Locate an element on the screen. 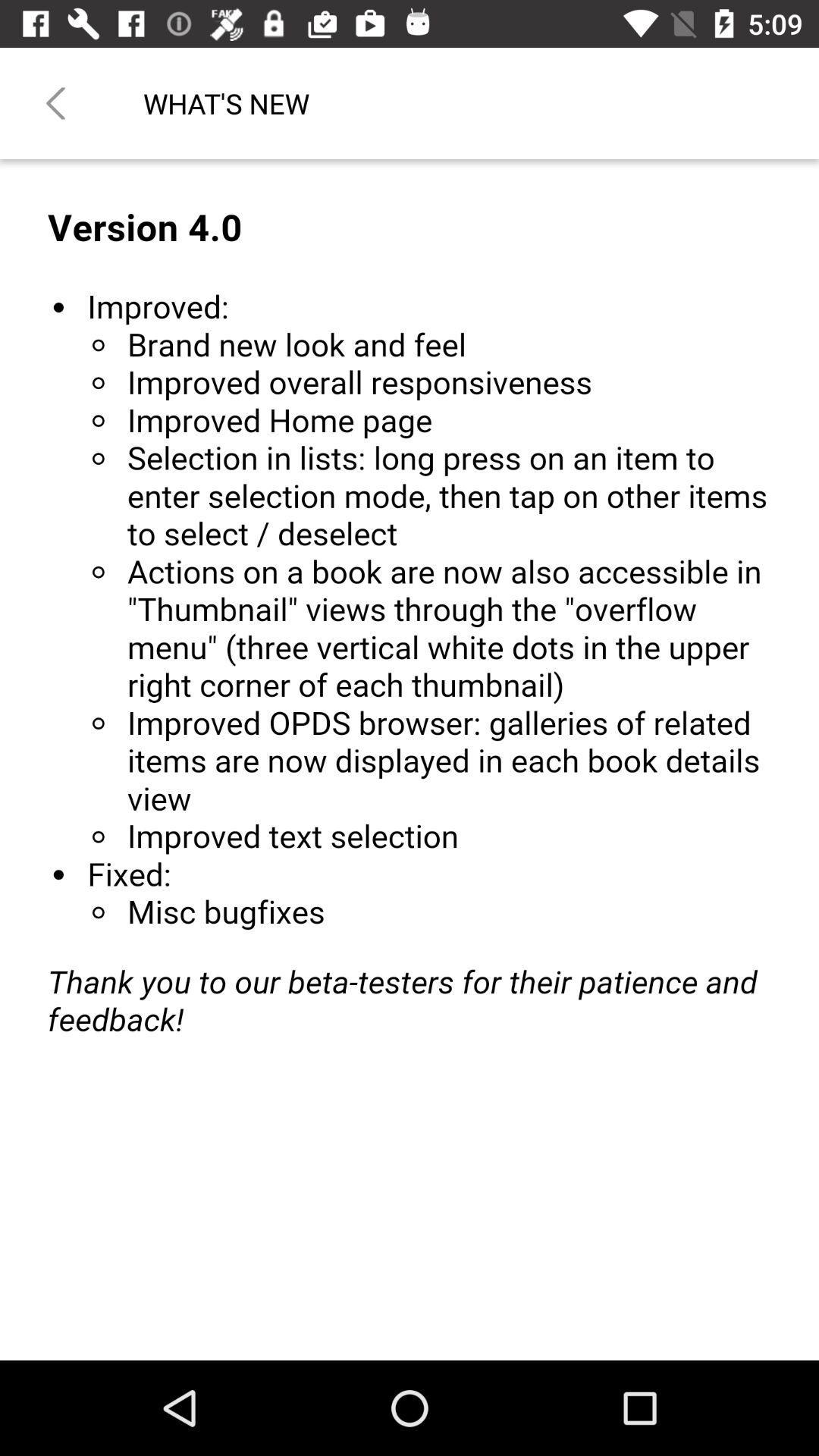 This screenshot has height=1456, width=819. the icon next to the what's new icon is located at coordinates (55, 102).